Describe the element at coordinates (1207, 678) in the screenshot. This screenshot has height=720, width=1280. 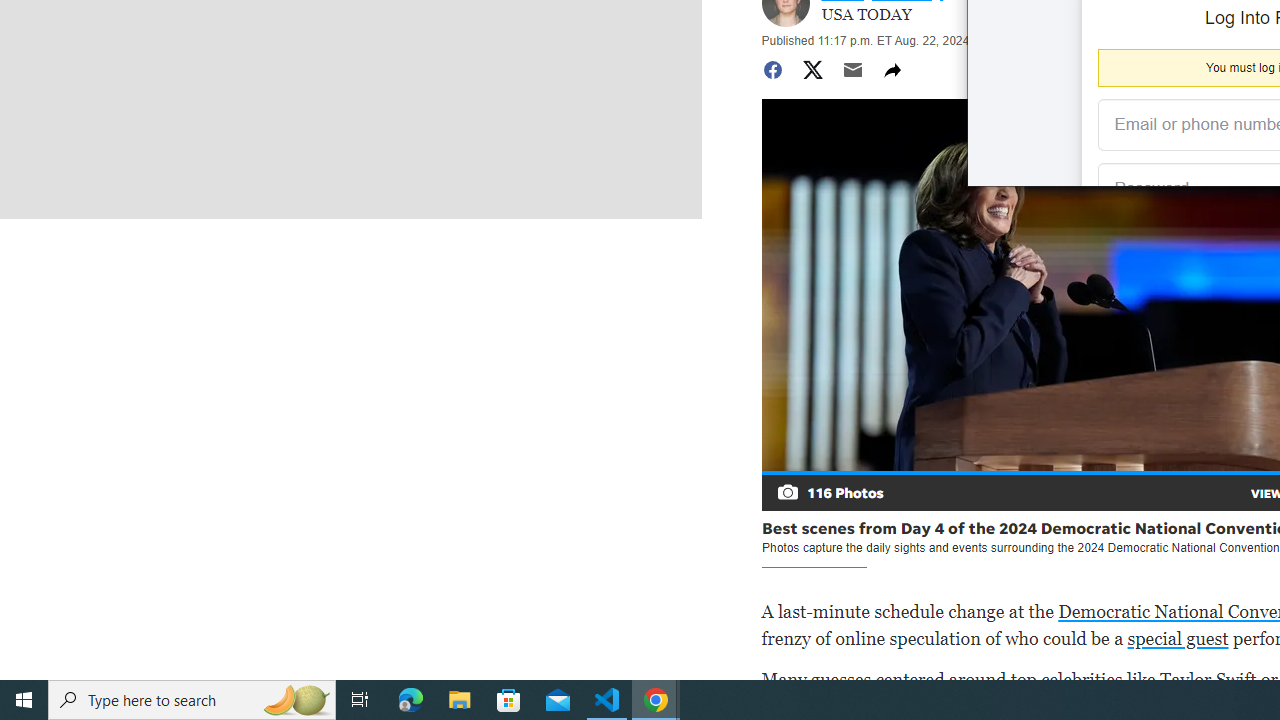
I see `'Taylor Swift'` at that location.